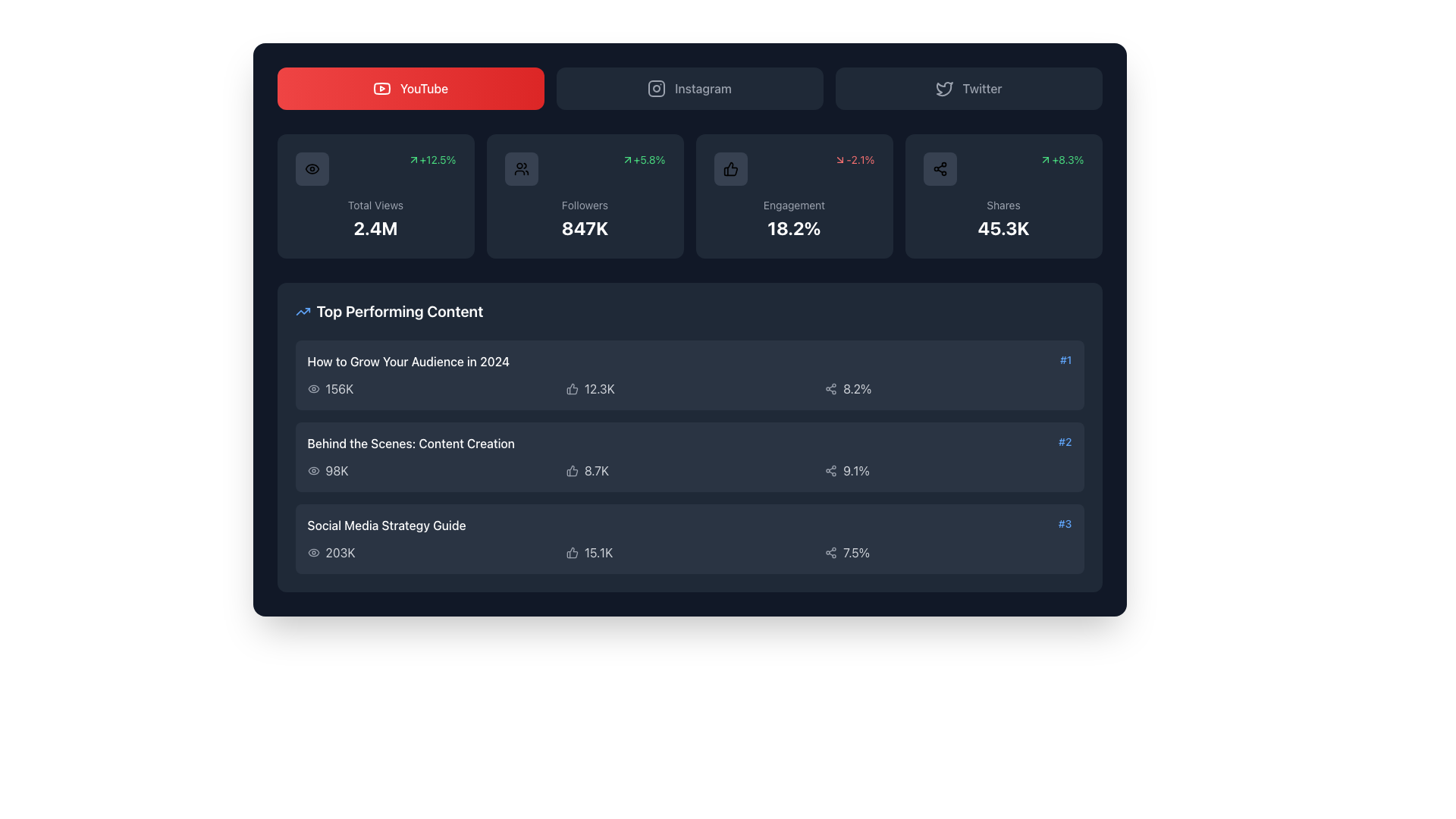  Describe the element at coordinates (1003, 169) in the screenshot. I see `percentage value displayed in green font, which indicates positive growth, located in the top-right corner of the 'Shares' statistic card component` at that location.